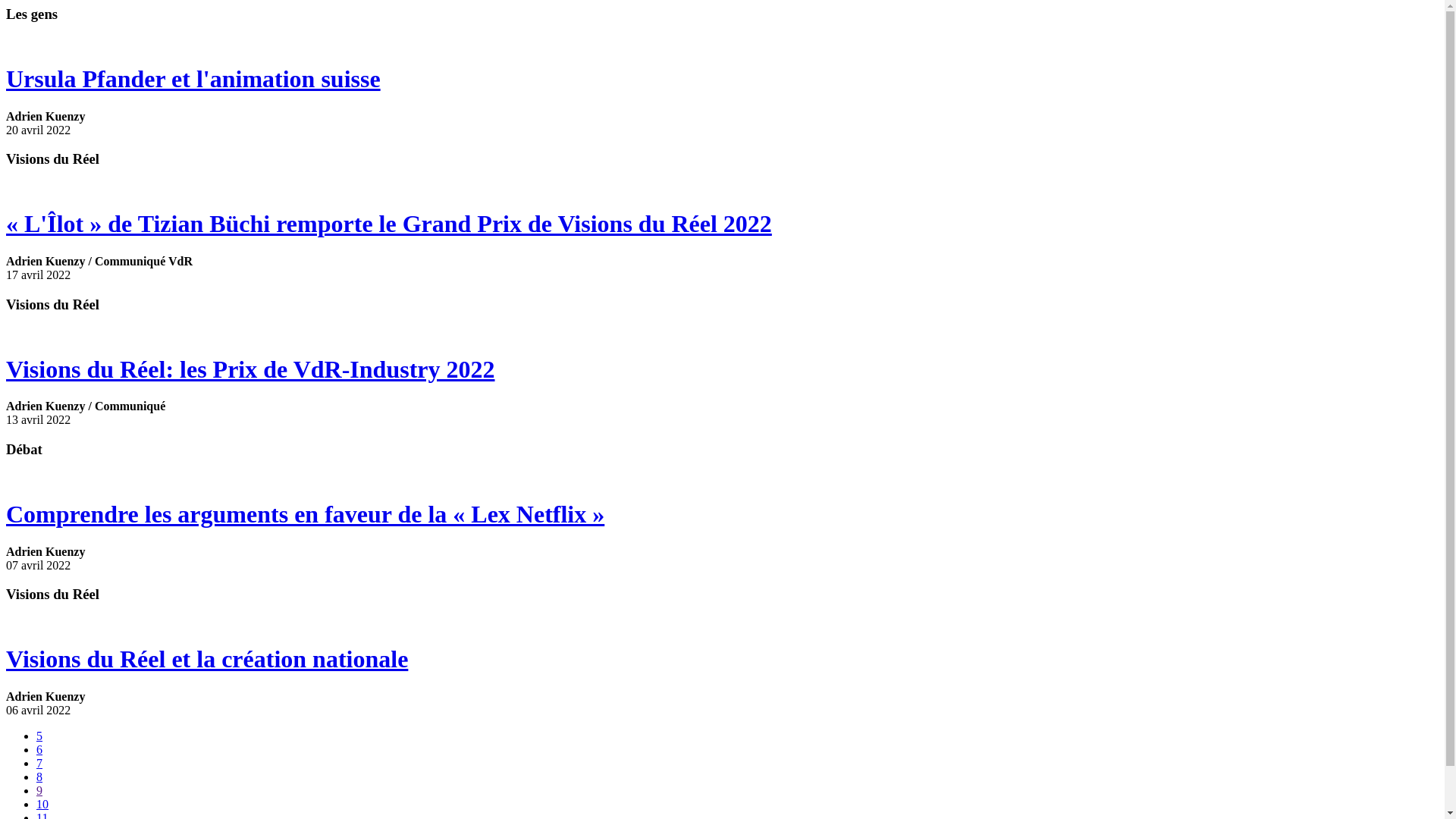 This screenshot has width=1456, height=819. What do you see at coordinates (721, 79) in the screenshot?
I see `'Ursula Pfander et l'animation suisse'` at bounding box center [721, 79].